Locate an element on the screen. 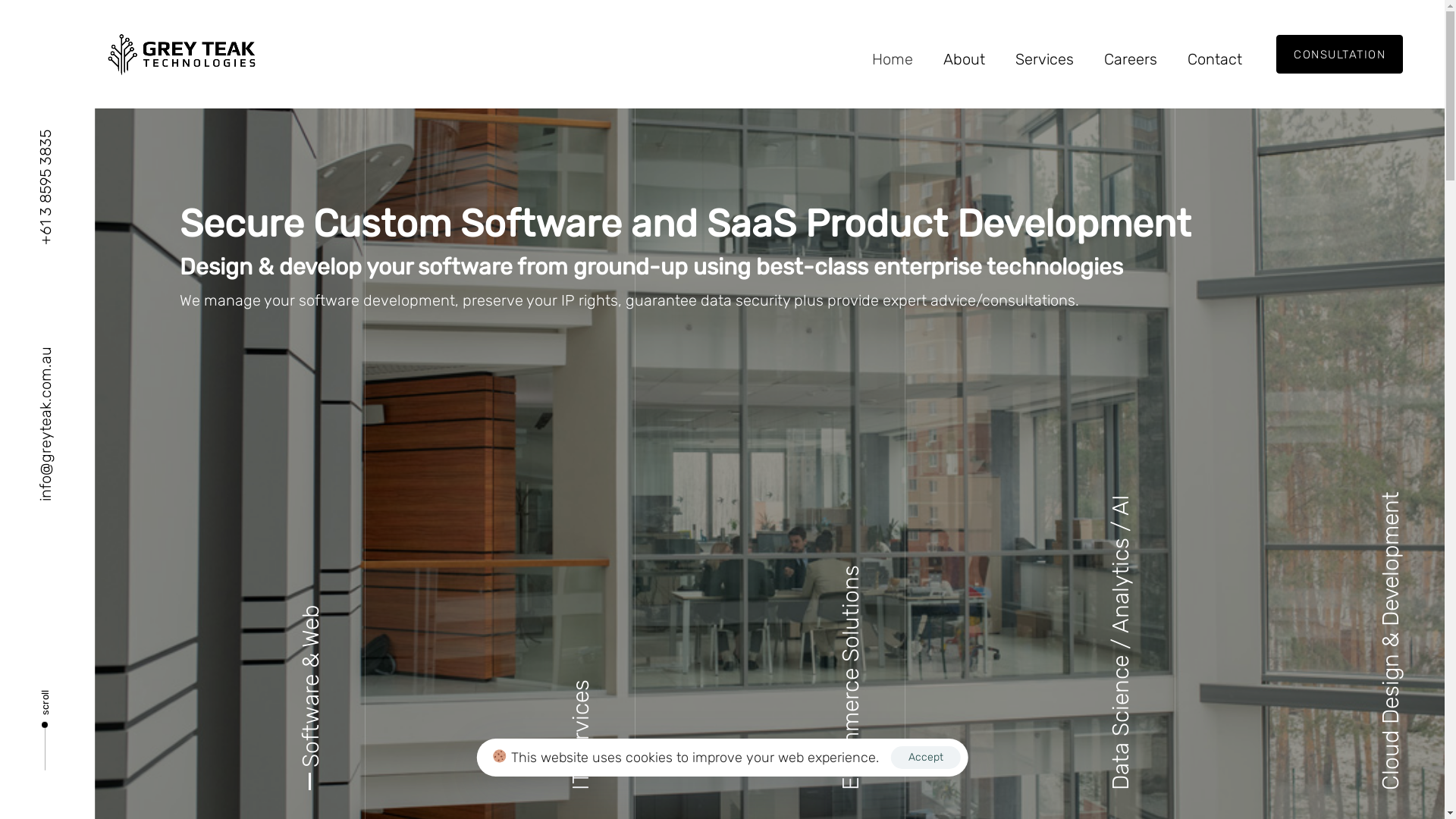 The height and width of the screenshot is (819, 1456). 'Ecommerce Solutions' is located at coordinates (851, 676).